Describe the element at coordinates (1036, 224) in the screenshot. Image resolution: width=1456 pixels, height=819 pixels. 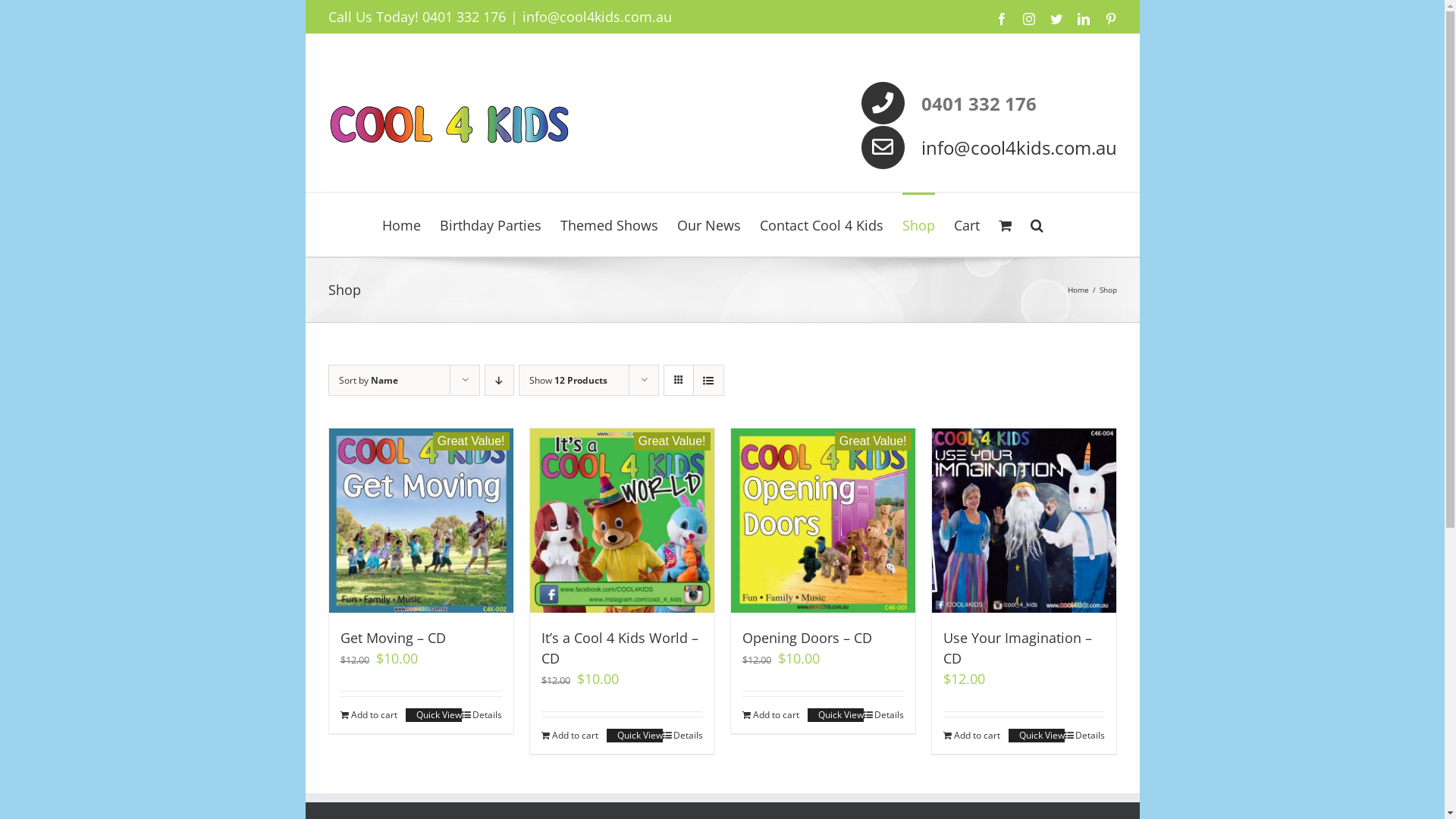
I see `'Search'` at that location.